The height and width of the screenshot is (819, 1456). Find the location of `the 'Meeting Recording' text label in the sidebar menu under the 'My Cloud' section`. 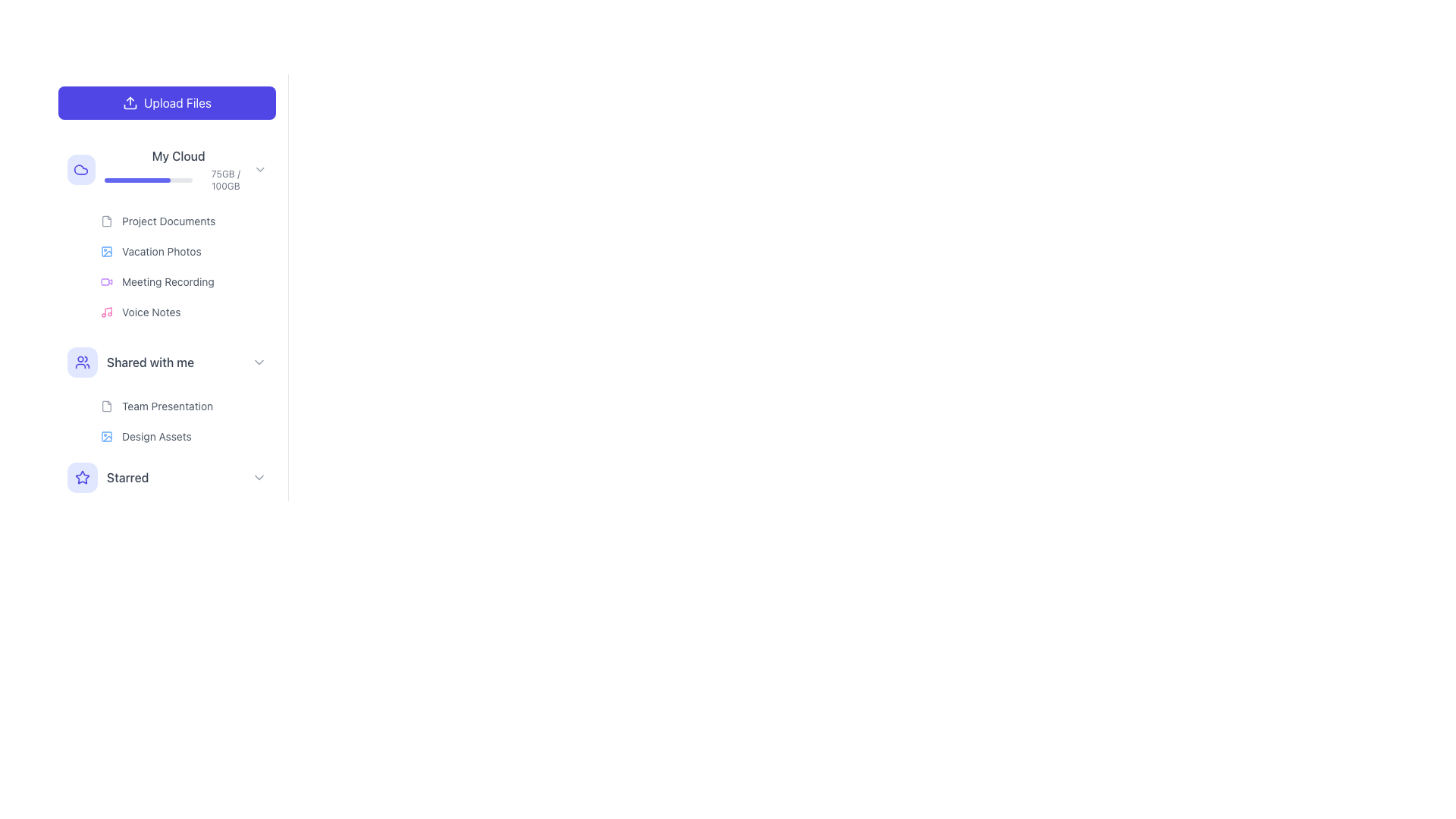

the 'Meeting Recording' text label in the sidebar menu under the 'My Cloud' section is located at coordinates (168, 281).